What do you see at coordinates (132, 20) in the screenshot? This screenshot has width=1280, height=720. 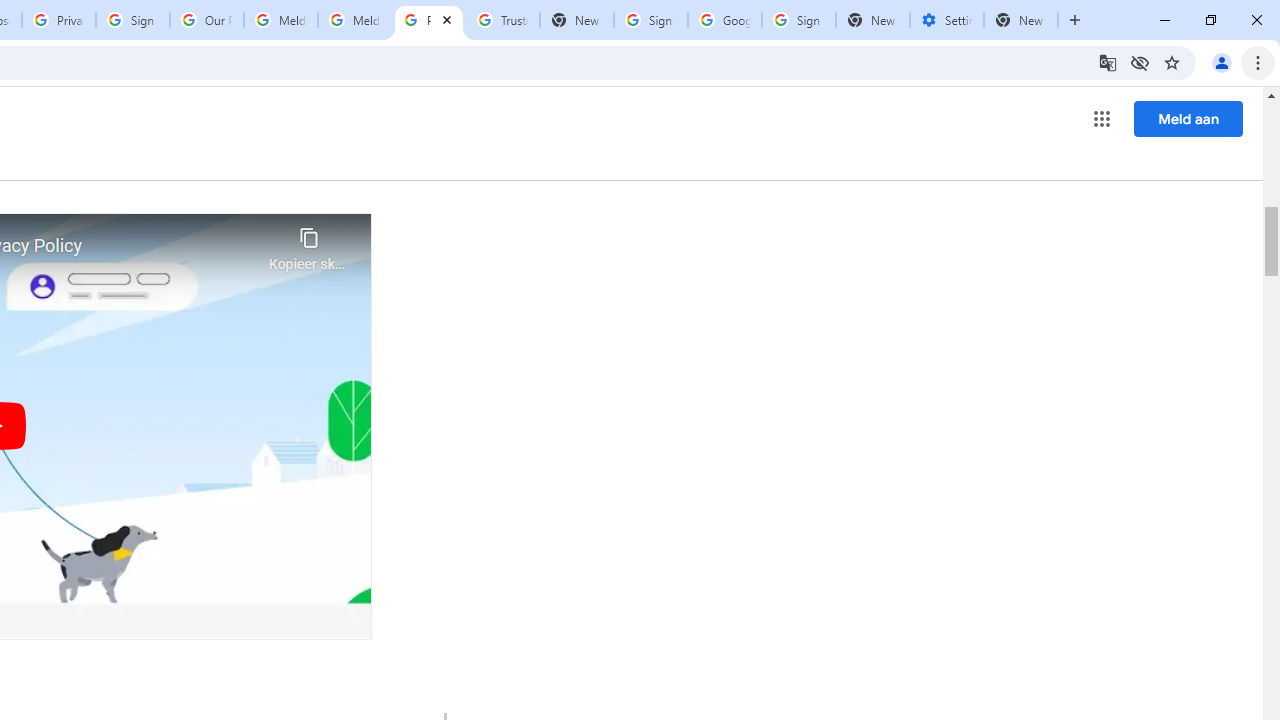 I see `'Sign in - Google Accounts'` at bounding box center [132, 20].